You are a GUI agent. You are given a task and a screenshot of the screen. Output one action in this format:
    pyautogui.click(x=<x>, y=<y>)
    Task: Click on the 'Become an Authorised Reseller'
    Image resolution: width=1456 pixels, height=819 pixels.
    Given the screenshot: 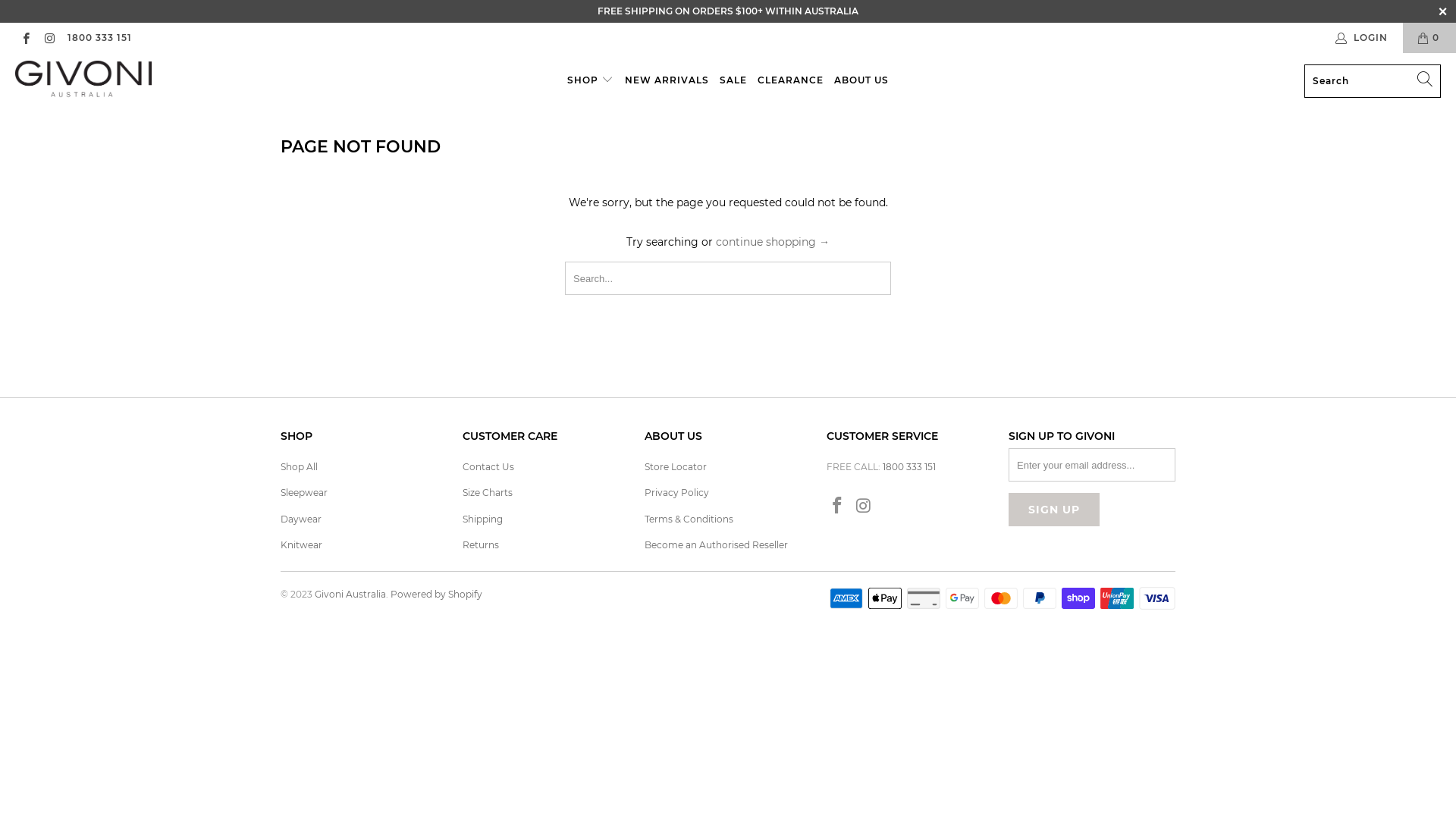 What is the action you would take?
    pyautogui.click(x=715, y=544)
    